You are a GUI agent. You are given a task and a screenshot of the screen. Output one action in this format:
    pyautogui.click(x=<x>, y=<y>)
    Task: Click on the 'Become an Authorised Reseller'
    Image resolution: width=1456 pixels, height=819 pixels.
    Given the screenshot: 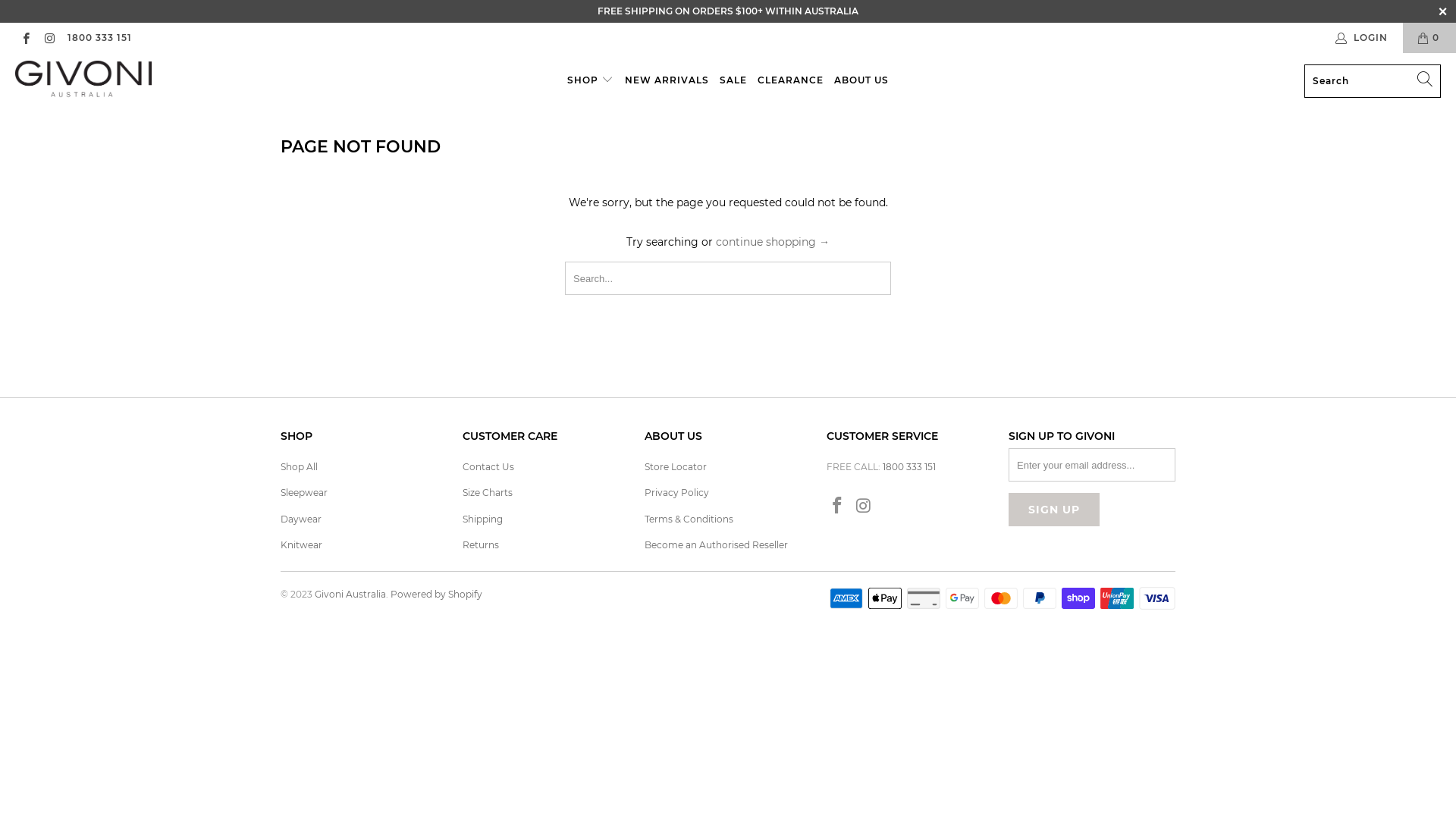 What is the action you would take?
    pyautogui.click(x=715, y=544)
    